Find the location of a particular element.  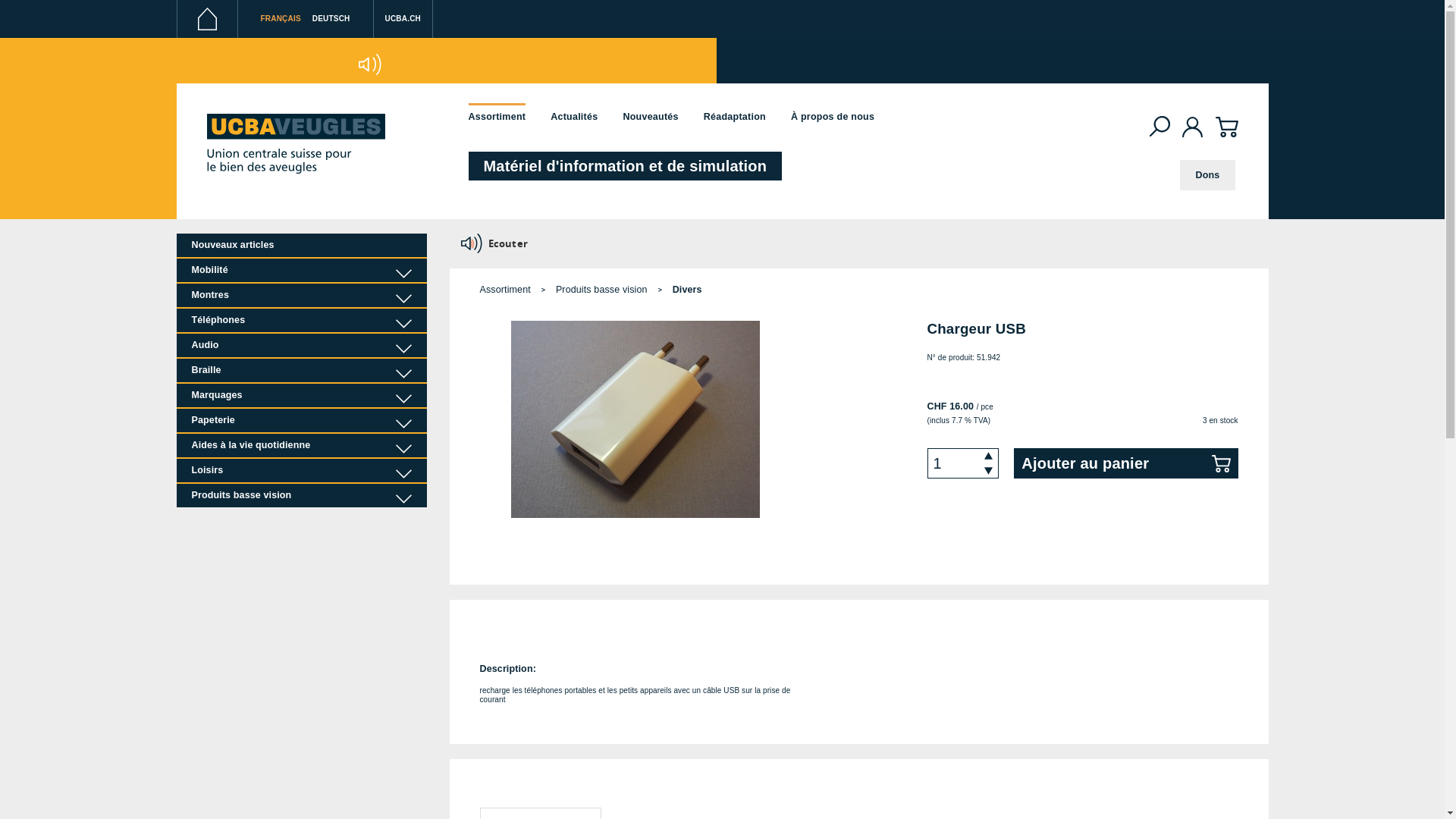

'Vers la recherche' is located at coordinates (1150, 125).